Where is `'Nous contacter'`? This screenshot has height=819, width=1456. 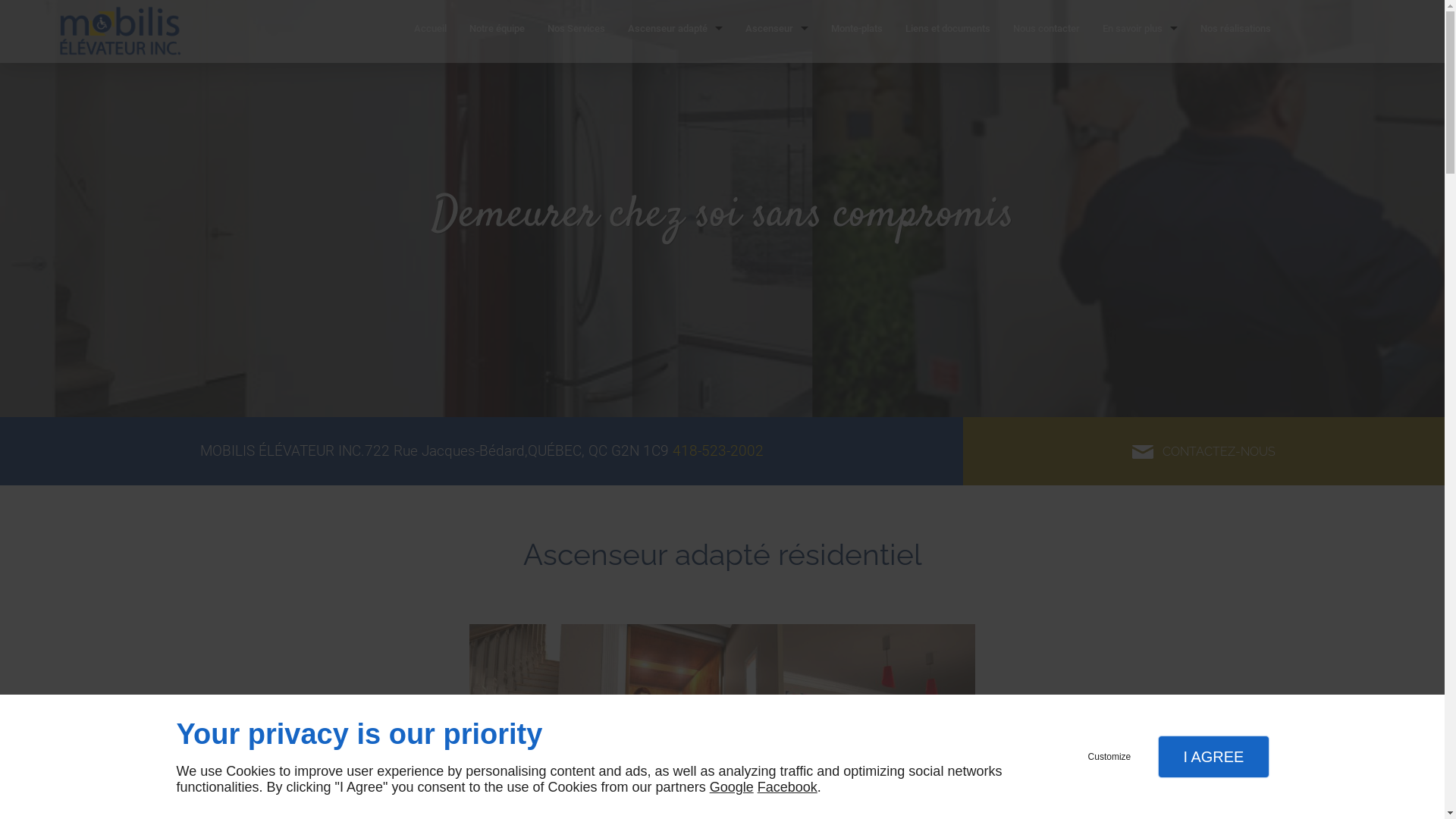
'Nous contacter' is located at coordinates (1046, 31).